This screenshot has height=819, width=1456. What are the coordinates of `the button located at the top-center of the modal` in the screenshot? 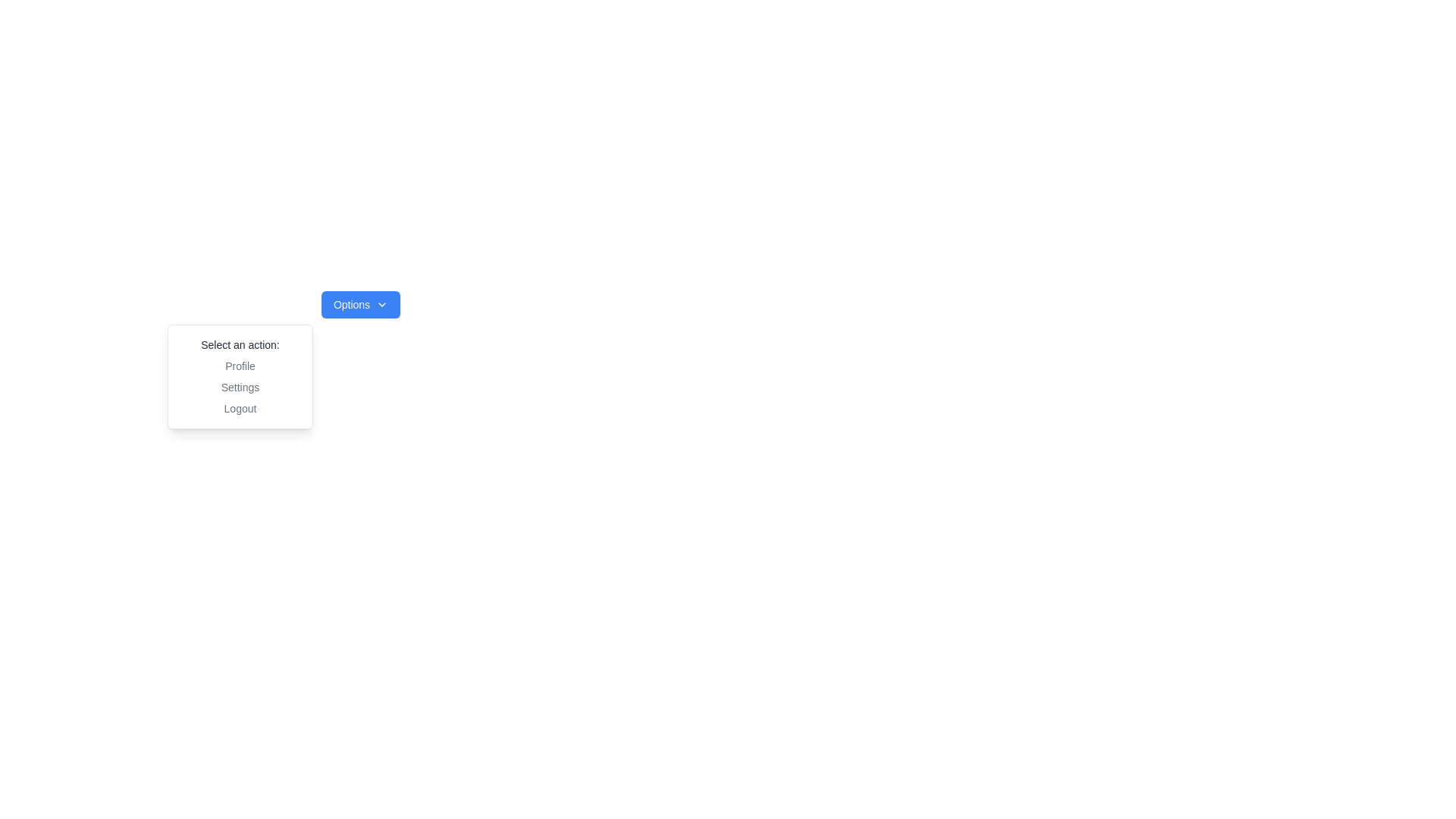 It's located at (359, 304).